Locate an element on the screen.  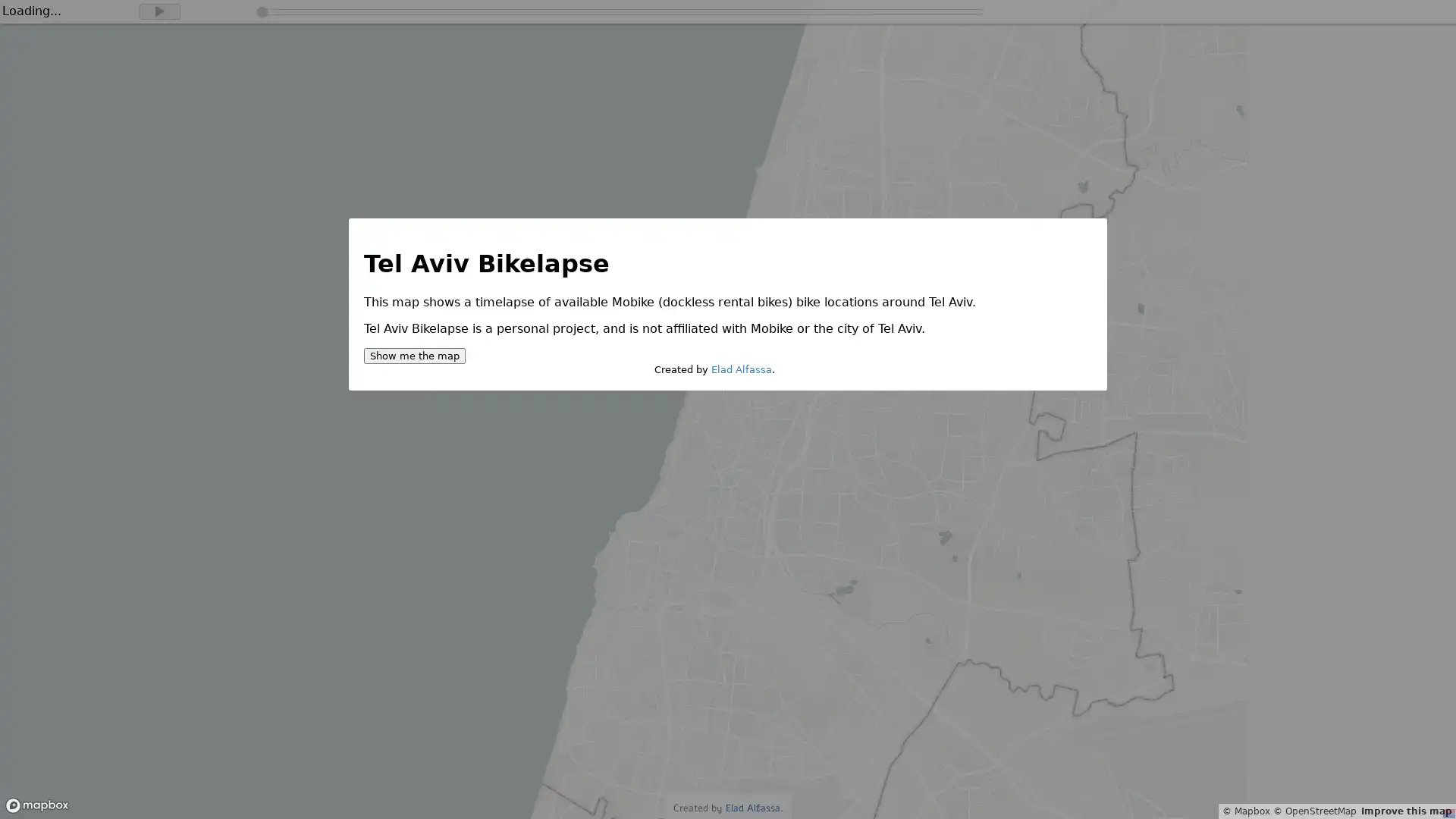
Play timelapse is located at coordinates (159, 11).